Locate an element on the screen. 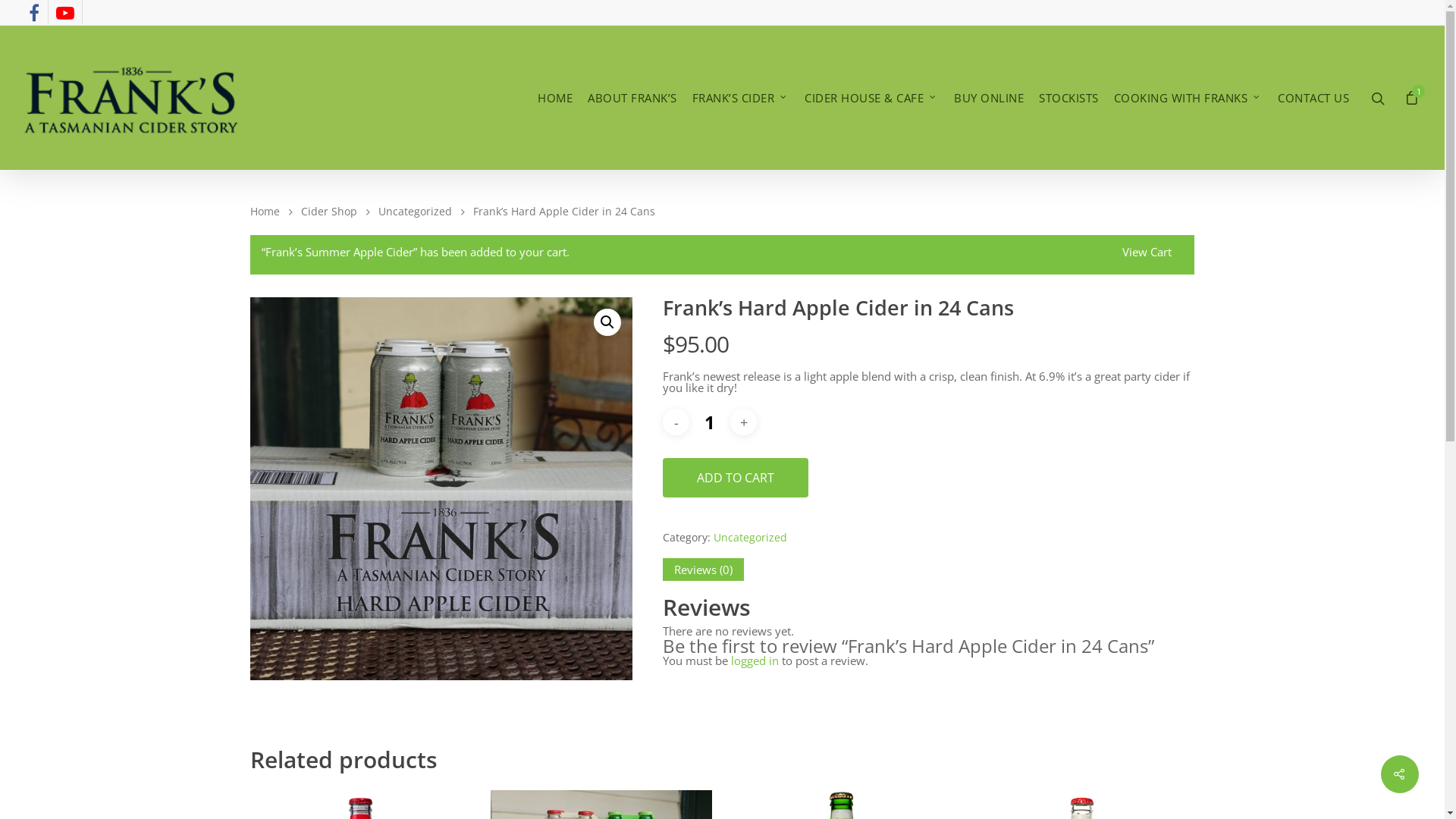 The width and height of the screenshot is (1456, 819). 'CIDER HOUSE & CAFE' is located at coordinates (871, 98).